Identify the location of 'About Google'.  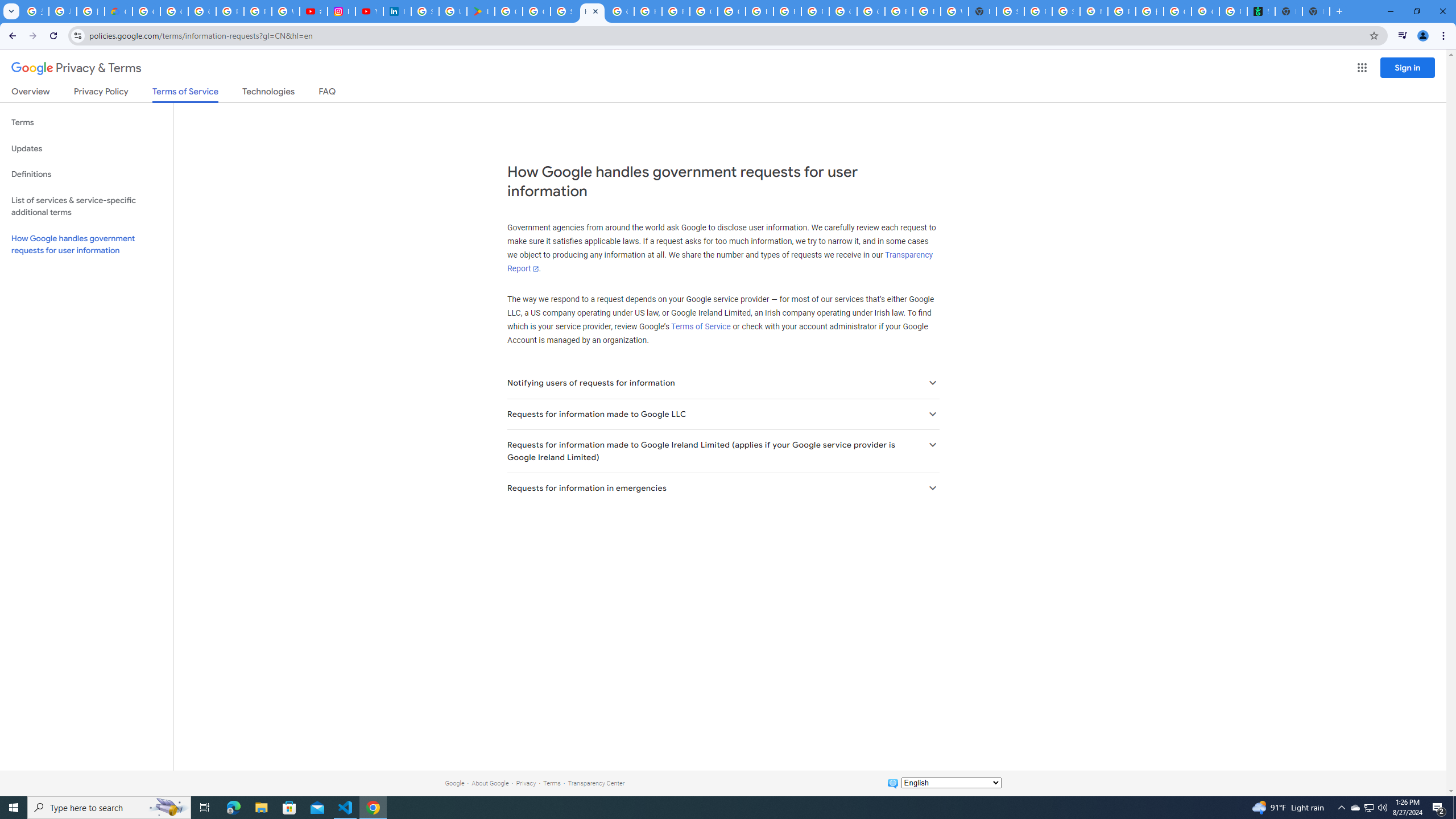
(490, 783).